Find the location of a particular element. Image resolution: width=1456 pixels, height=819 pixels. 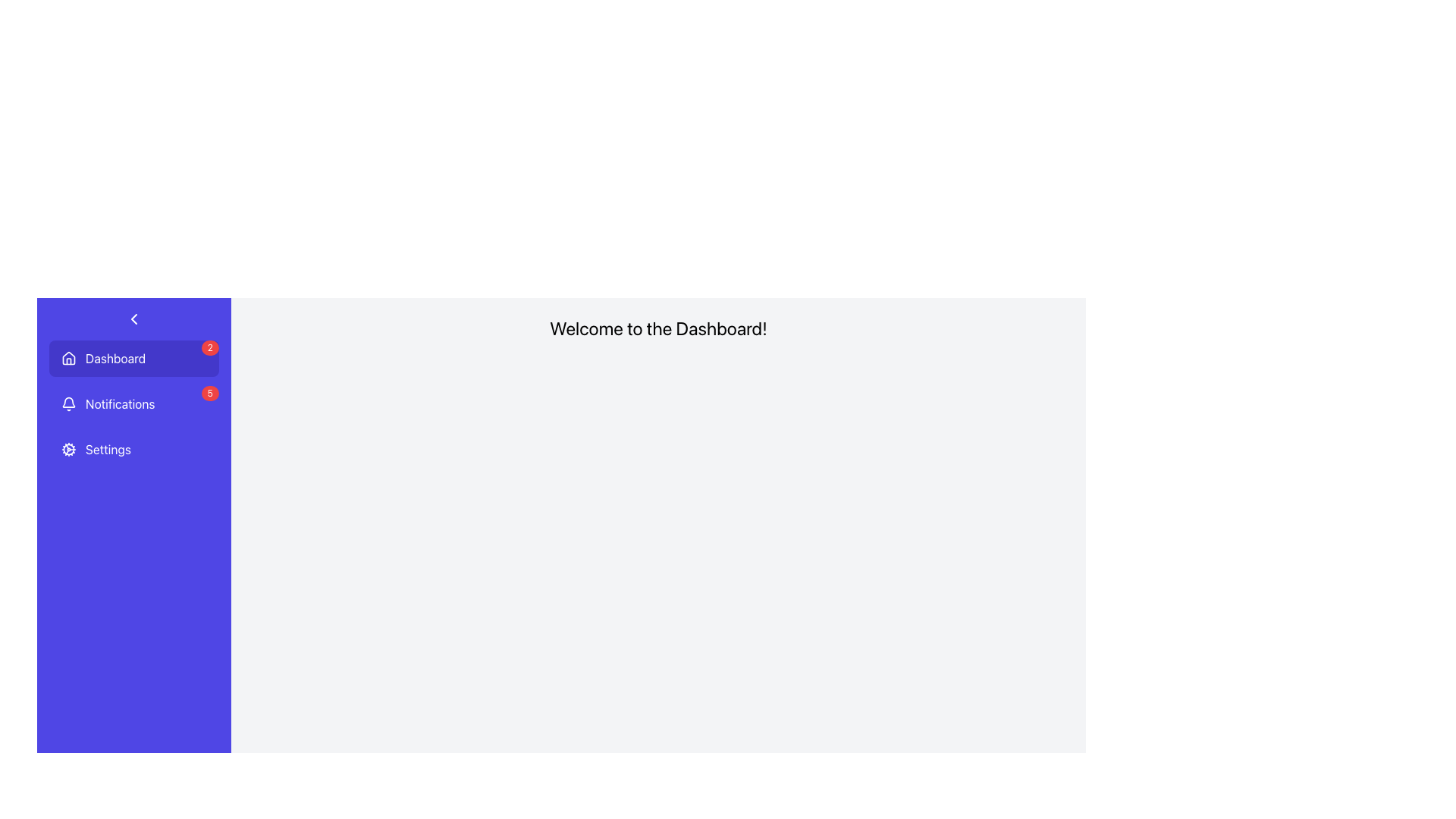

displayed badge number for notification count on the second list item in the sidebar, which serves as a navigation link for notifications is located at coordinates (134, 403).